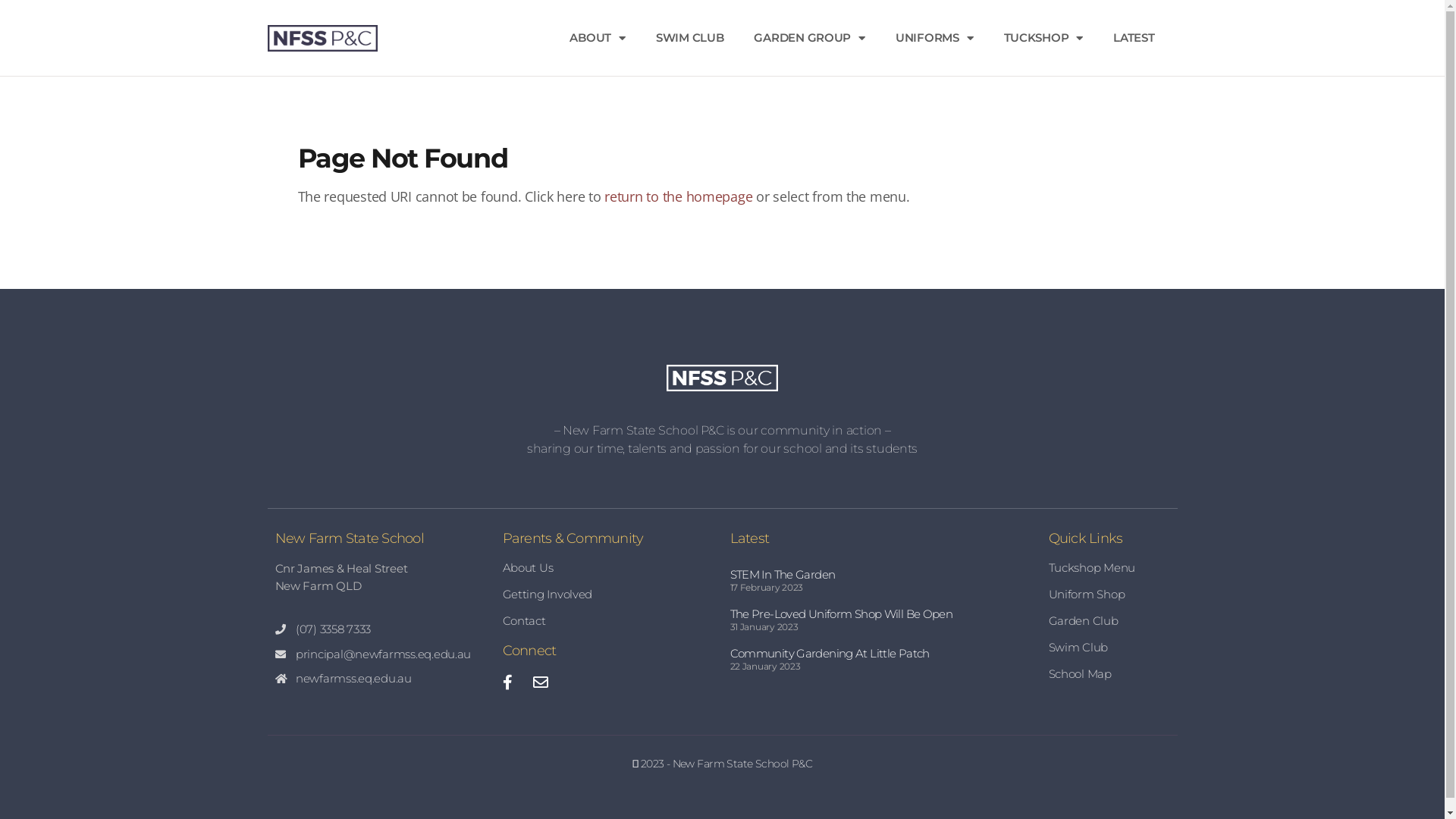 Image resolution: width=1456 pixels, height=819 pixels. Describe the element at coordinates (381, 629) in the screenshot. I see `'(07) 3358 7333'` at that location.